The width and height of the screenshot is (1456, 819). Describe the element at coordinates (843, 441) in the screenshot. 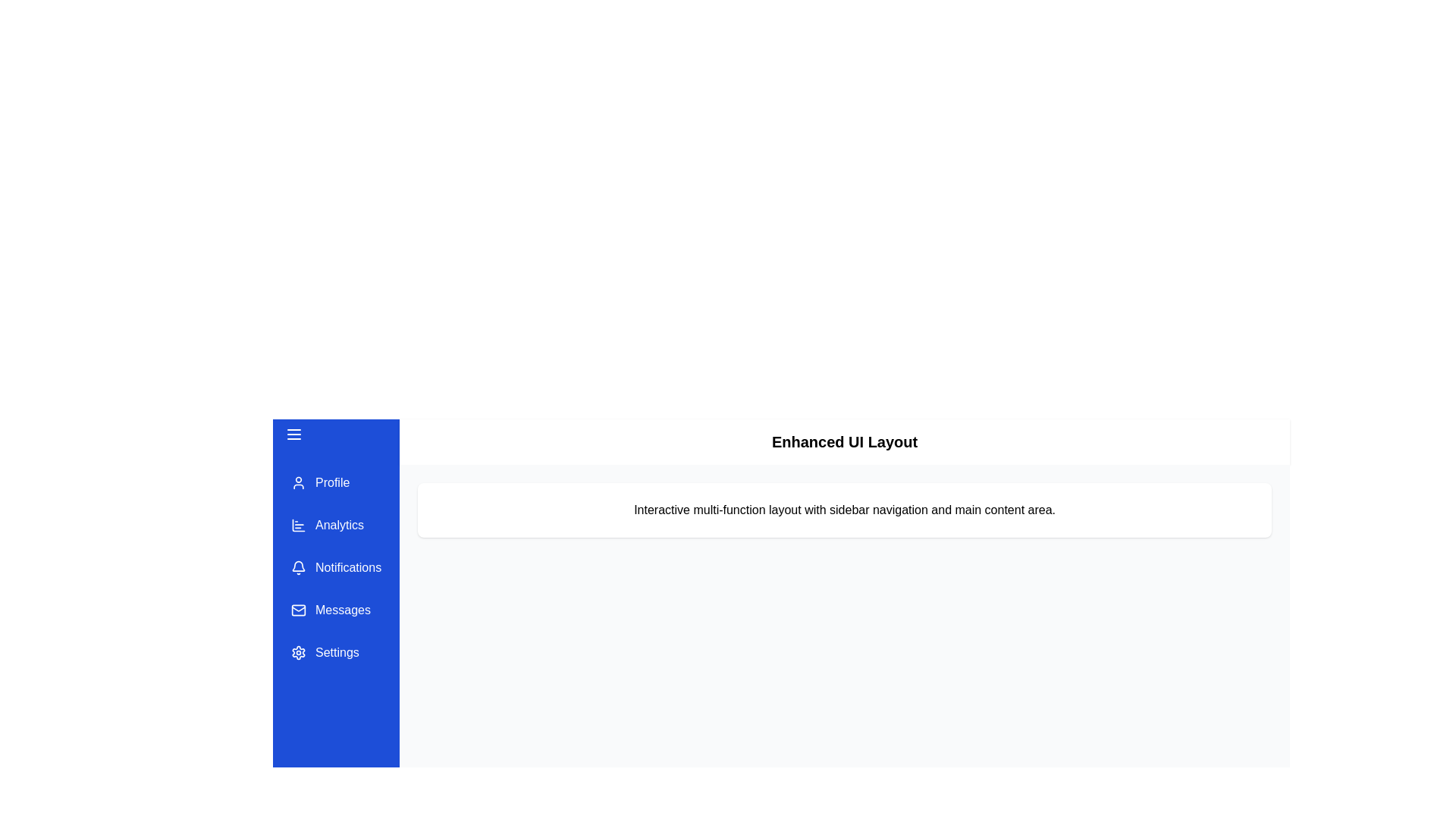

I see `the text block labeled 'Enhanced UI Layout', which is prominently styled and positioned at the top of the content area` at that location.